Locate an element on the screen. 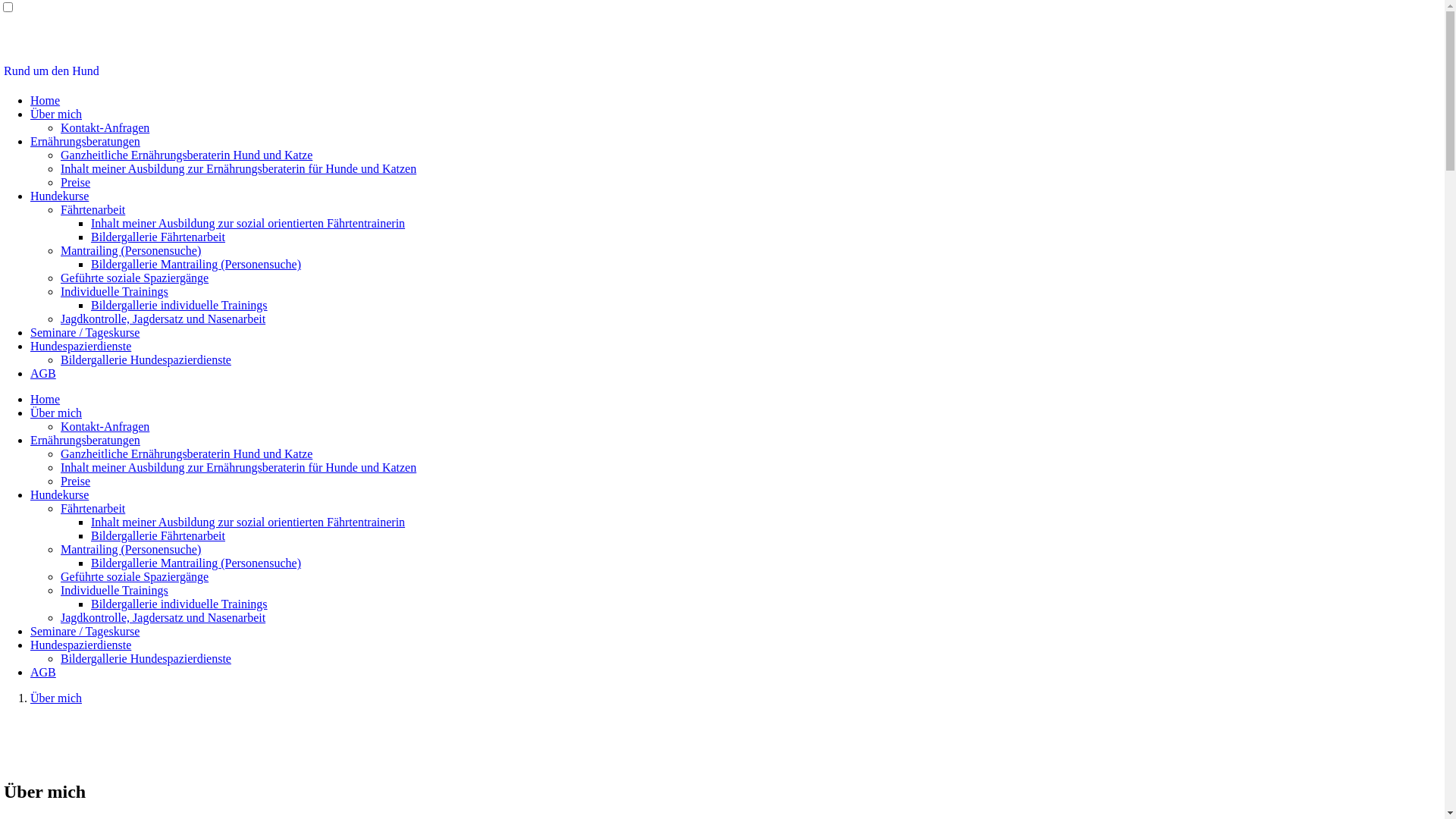 The width and height of the screenshot is (1456, 819). 'Jagdkontrolle, Jagdersatz und Nasenarbeit' is located at coordinates (163, 617).